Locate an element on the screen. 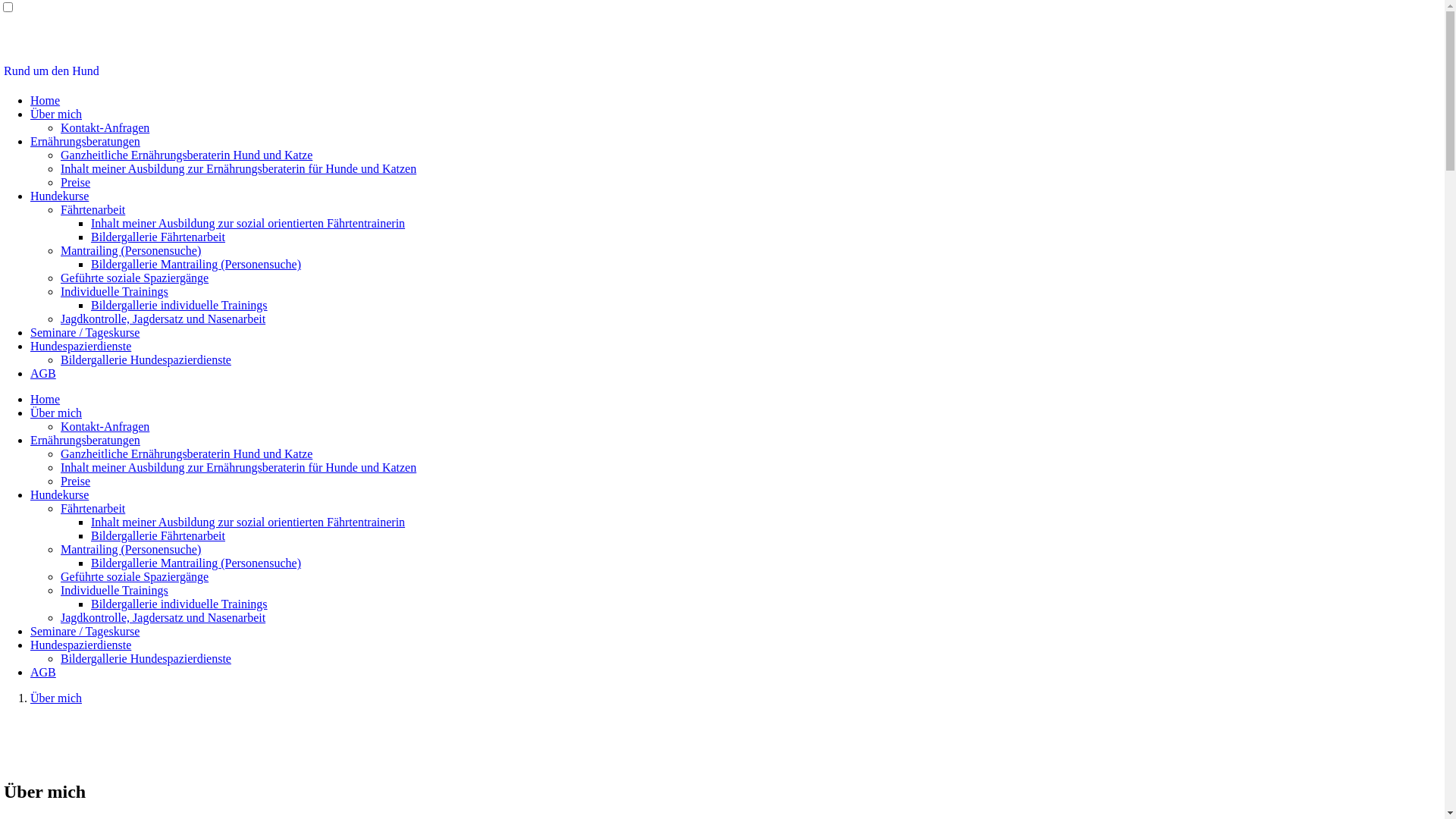 The width and height of the screenshot is (1456, 819). 'Jagdkontrolle, Jagdersatz und Nasenarbeit' is located at coordinates (163, 617).